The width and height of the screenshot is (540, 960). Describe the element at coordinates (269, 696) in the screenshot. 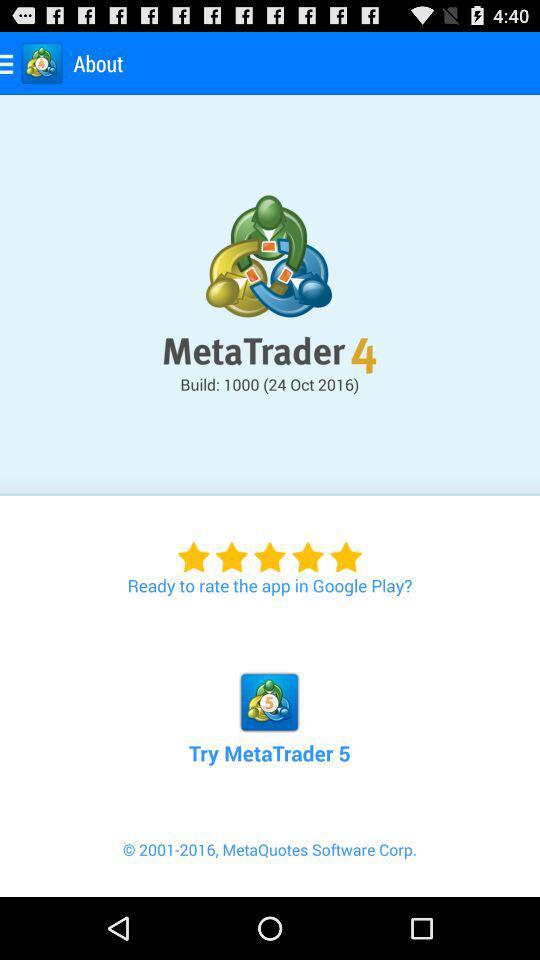

I see `try metatrader 5` at that location.